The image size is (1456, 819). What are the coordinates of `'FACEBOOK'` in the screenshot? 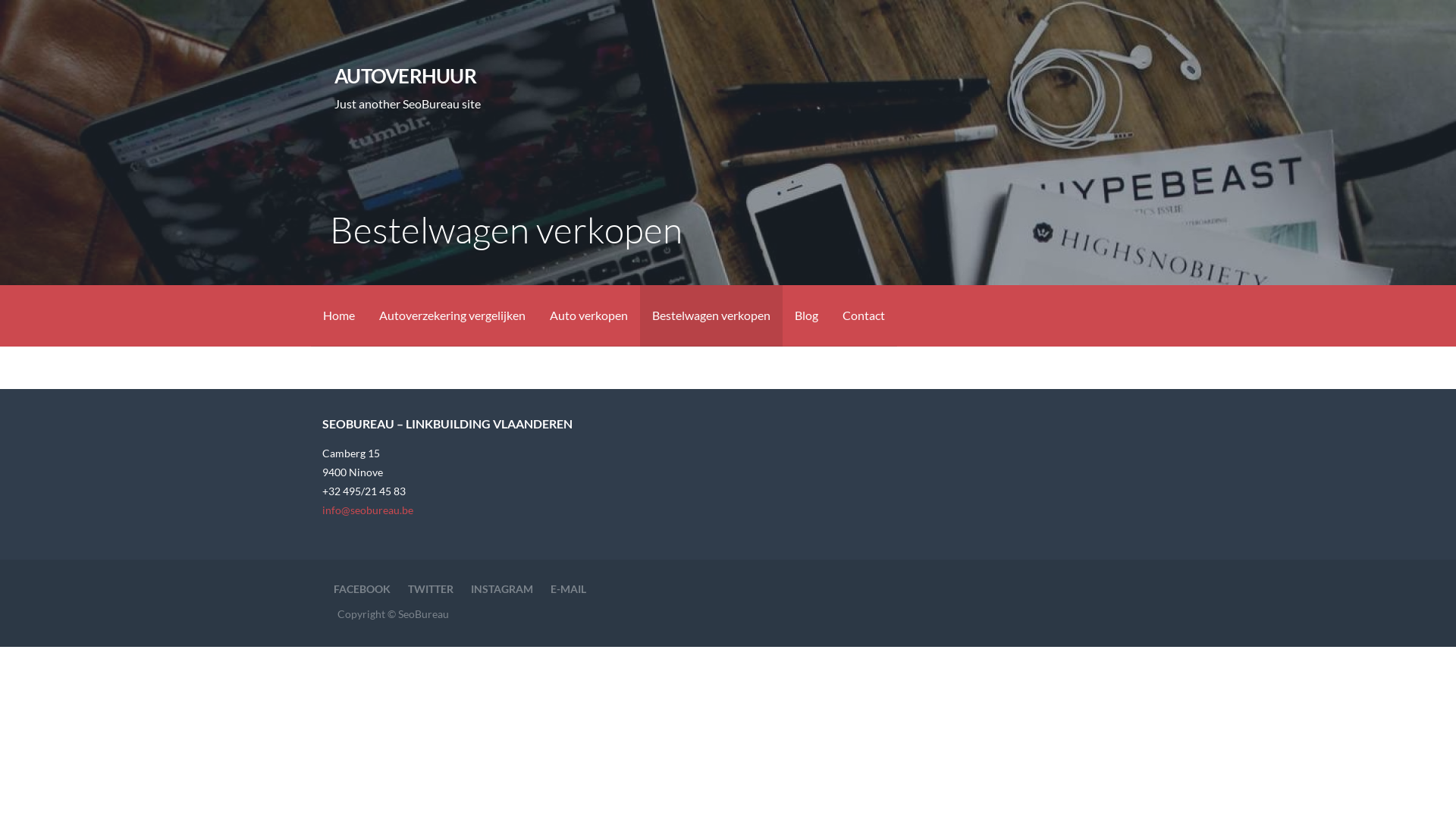 It's located at (361, 588).